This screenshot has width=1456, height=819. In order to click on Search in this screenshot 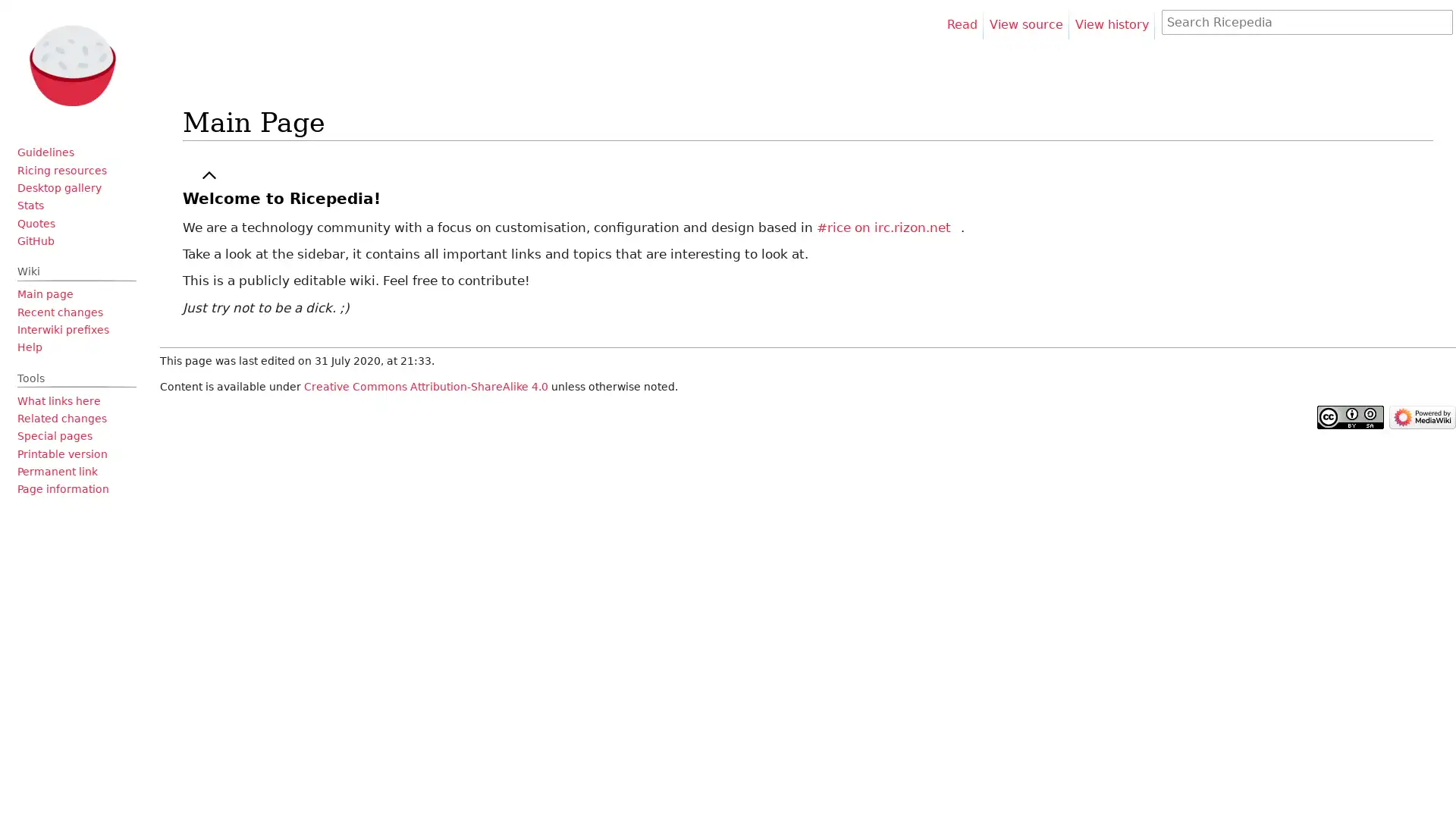, I will do `click(1440, 22)`.